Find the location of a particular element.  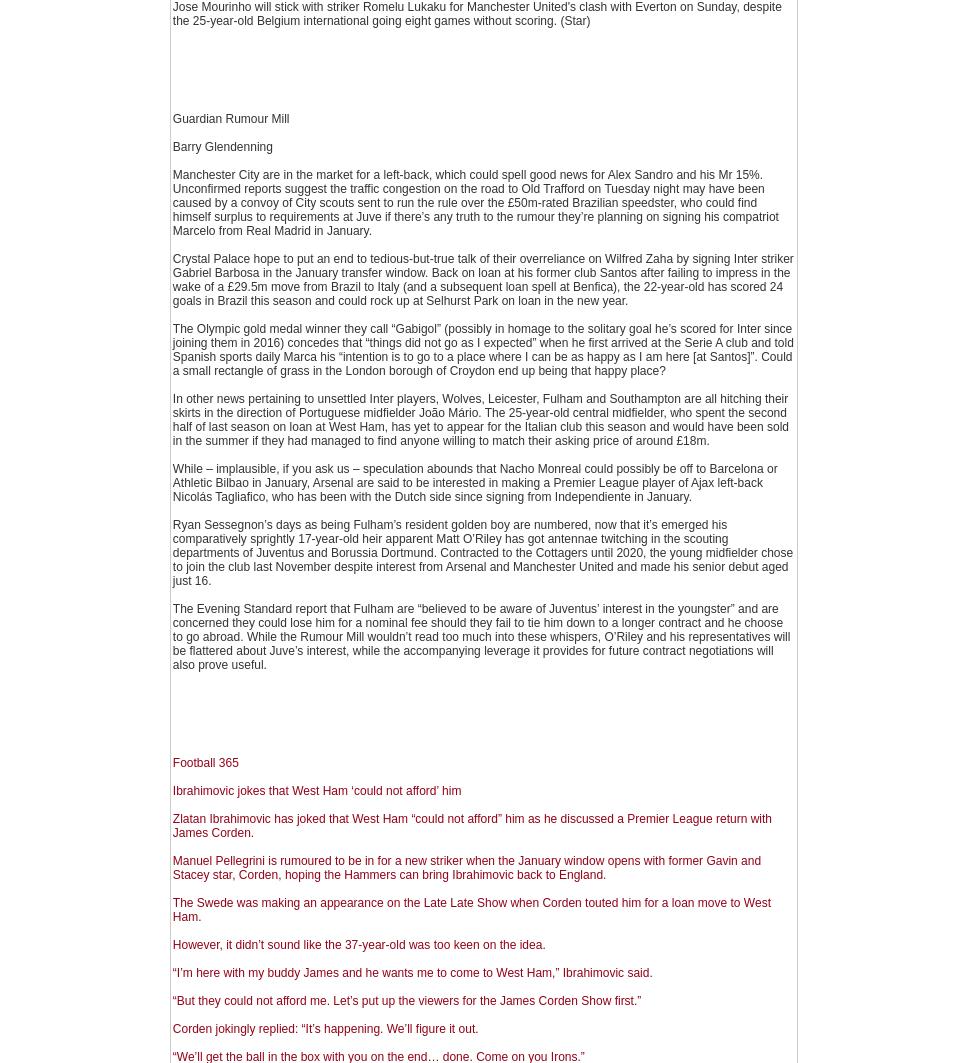

'Ryan Sessegnon’s days as being Fulham’s resident golden boy are numbered, now that it’s emerged his comparatively sprightly 17-year-old heir apparent Matt O’Riley has got antennae twitching in the scouting departments of Juventus and Borussia Dortmund. Contracted to the Cottagers until 2020, the young midfielder chose to join the club last November despite interest from Arsenal and Manchester United and made his senior debut aged just 16.' is located at coordinates (171, 551).